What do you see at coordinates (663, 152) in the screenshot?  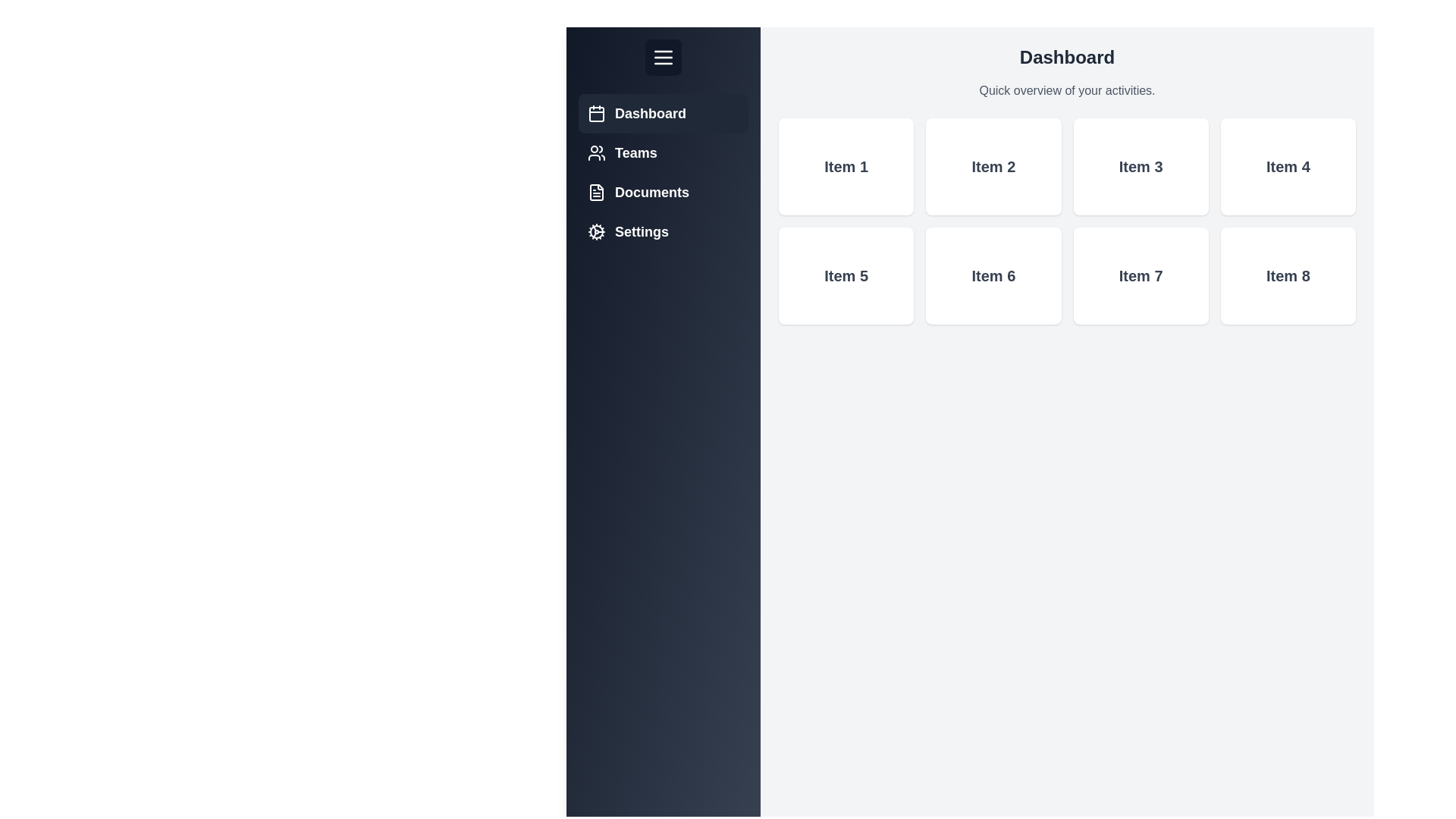 I see `the Teams tab from the sidebar menu` at bounding box center [663, 152].